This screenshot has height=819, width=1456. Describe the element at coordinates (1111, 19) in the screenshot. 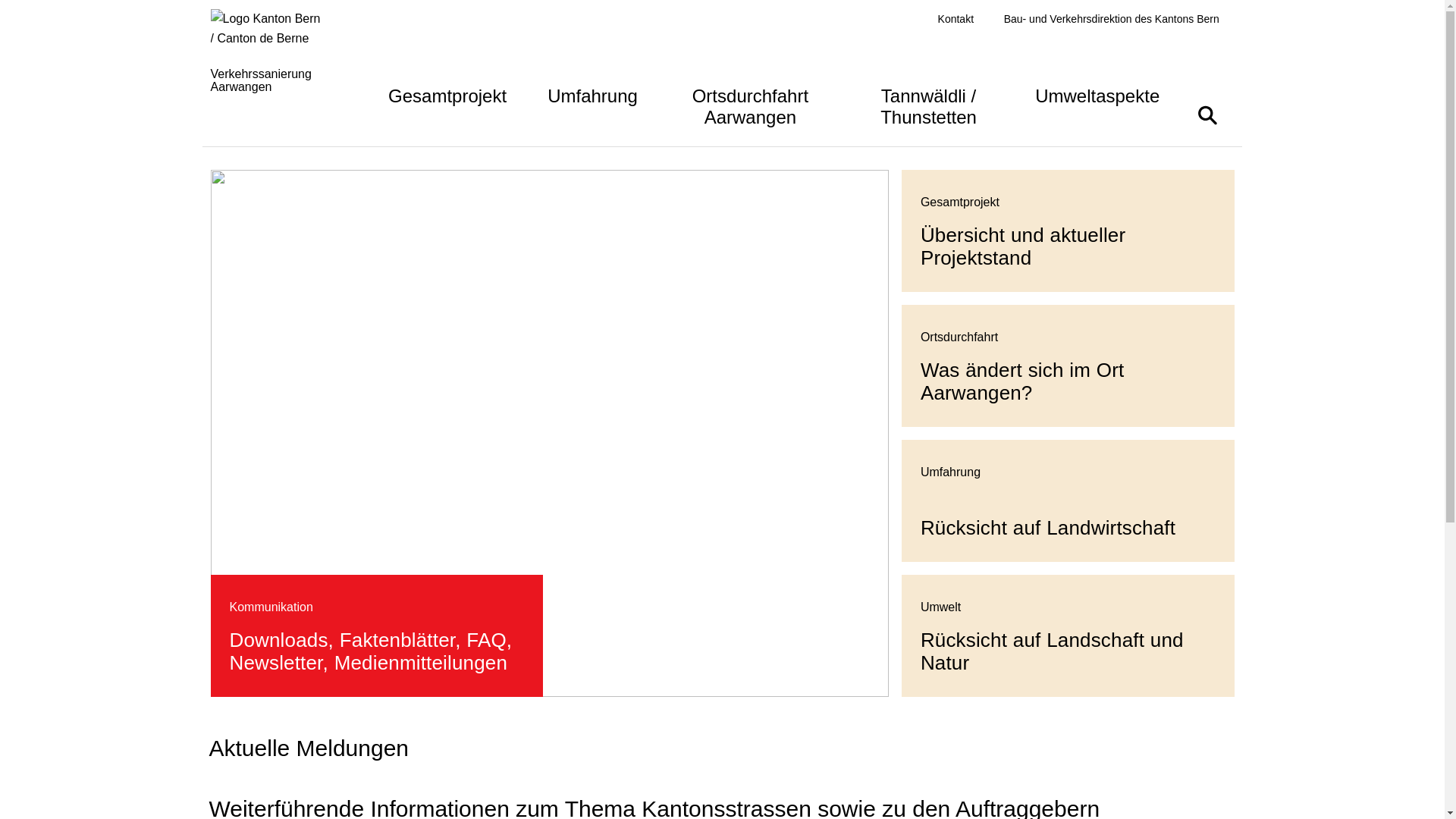

I see `'Bau- und Verkehrsdirektion des Kantons Bern'` at that location.